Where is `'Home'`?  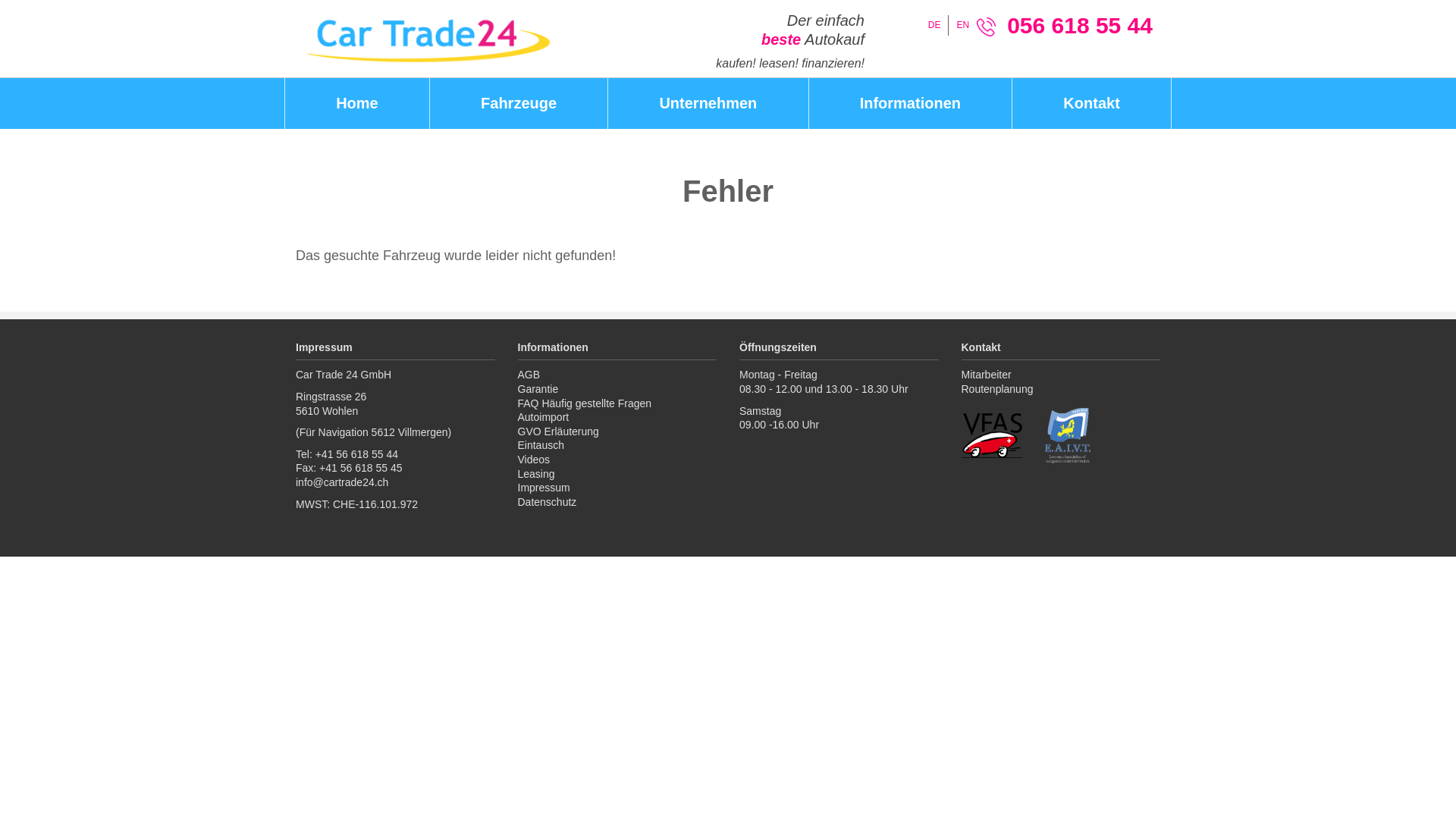 'Home' is located at coordinates (356, 102).